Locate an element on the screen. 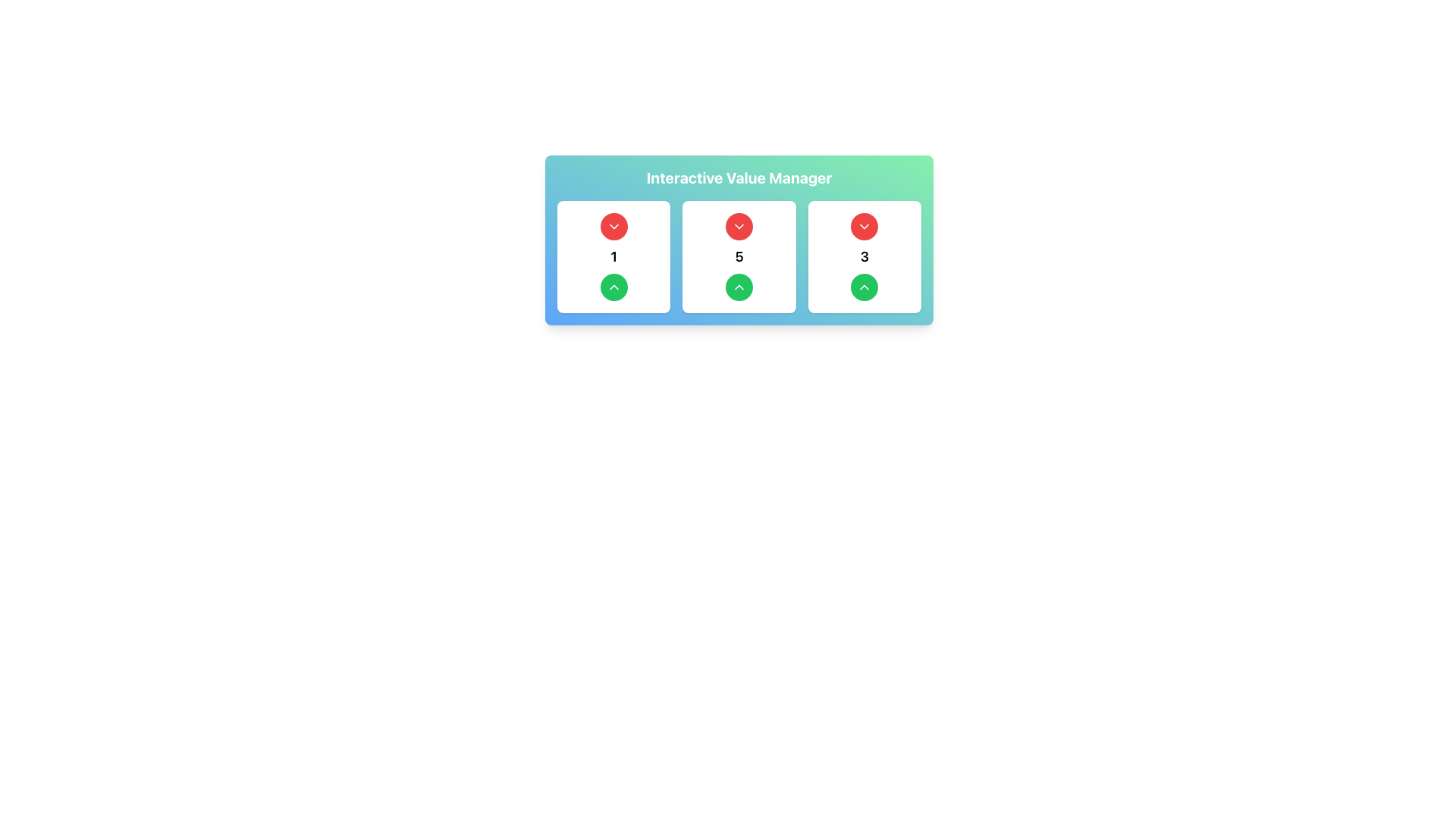 This screenshot has height=819, width=1456. the downward button located below the number '1' in the first column of the 'Interactive Value Manager' interface is located at coordinates (613, 287).